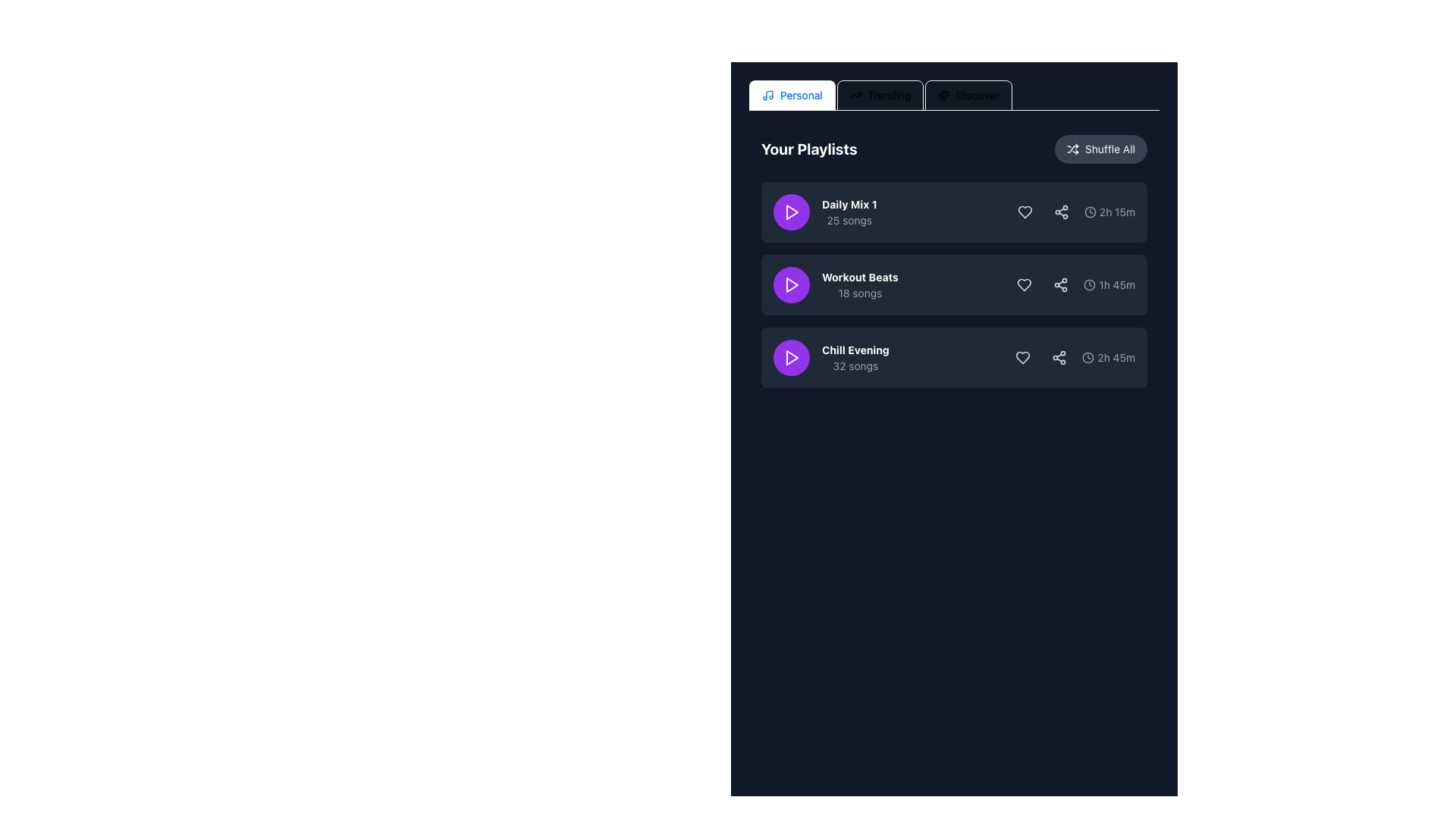  Describe the element at coordinates (1116, 357) in the screenshot. I see `the text label indicating the total duration of the 'Chill Evening' playlist, located in the lower-right corner of the playlist entry, aligned with a clock icon` at that location.